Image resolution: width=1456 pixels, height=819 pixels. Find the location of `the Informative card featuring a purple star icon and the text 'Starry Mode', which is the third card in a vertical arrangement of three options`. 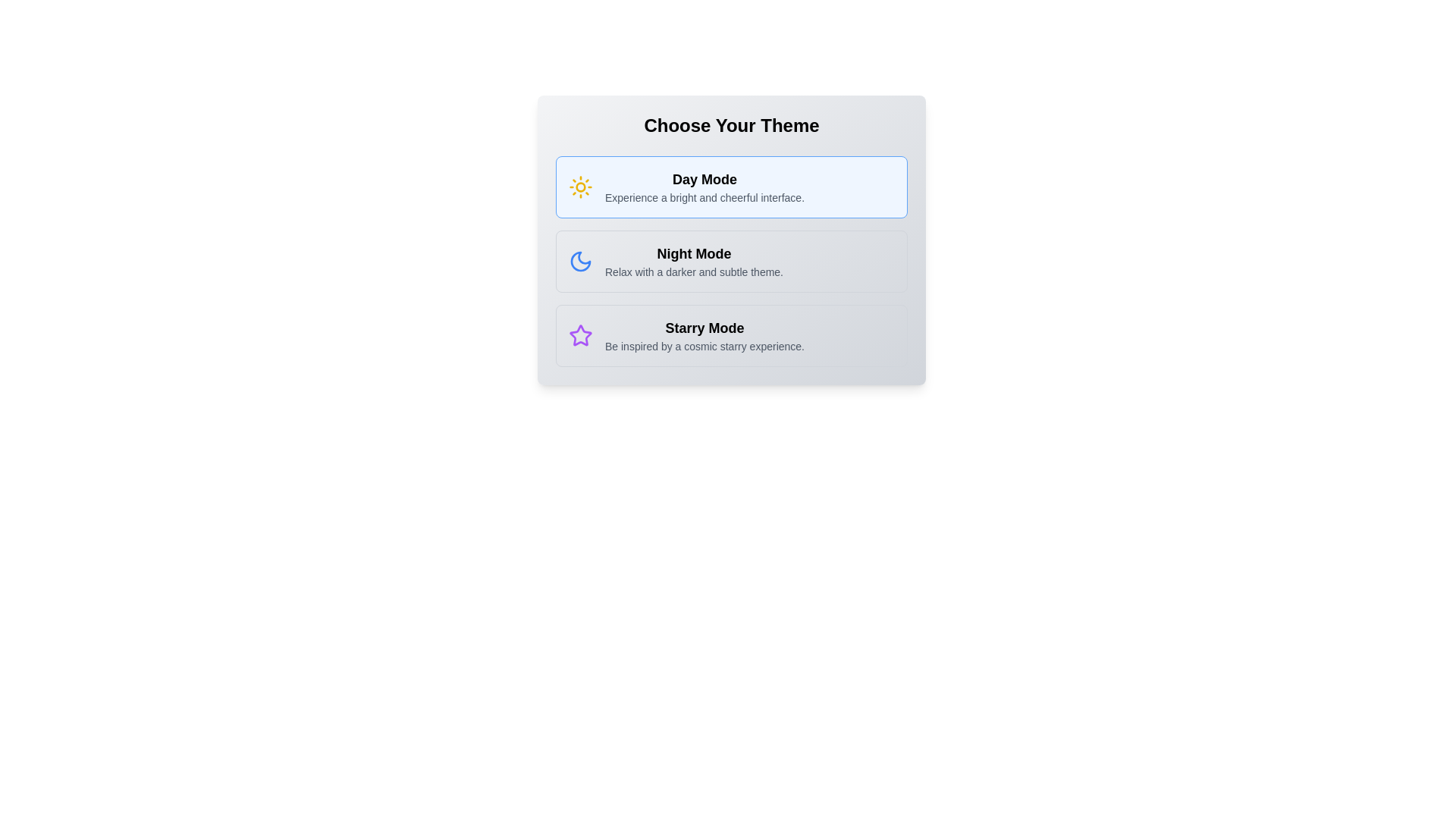

the Informative card featuring a purple star icon and the text 'Starry Mode', which is the third card in a vertical arrangement of three options is located at coordinates (731, 335).